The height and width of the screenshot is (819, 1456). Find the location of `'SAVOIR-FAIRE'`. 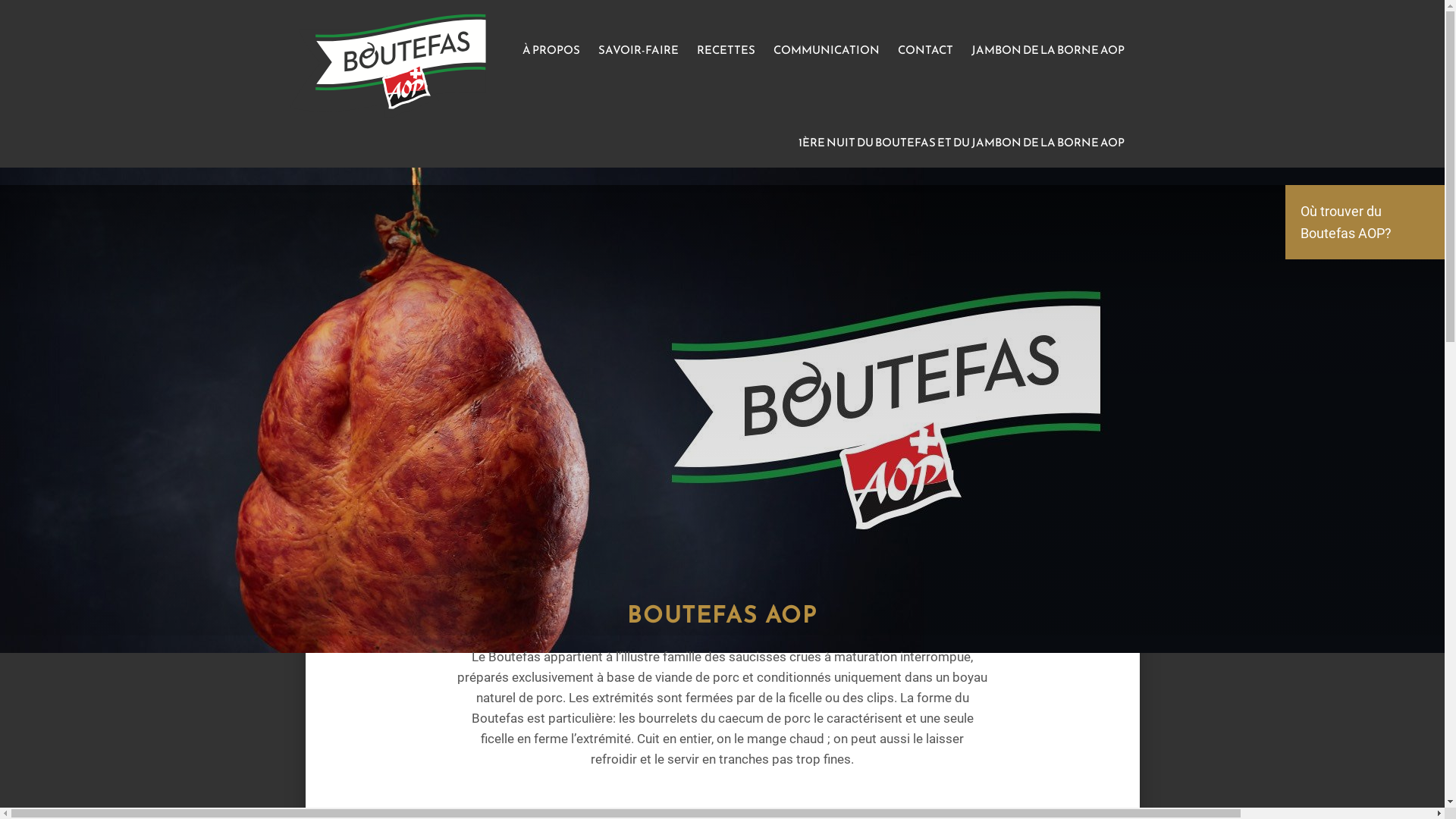

'SAVOIR-FAIRE' is located at coordinates (588, 49).